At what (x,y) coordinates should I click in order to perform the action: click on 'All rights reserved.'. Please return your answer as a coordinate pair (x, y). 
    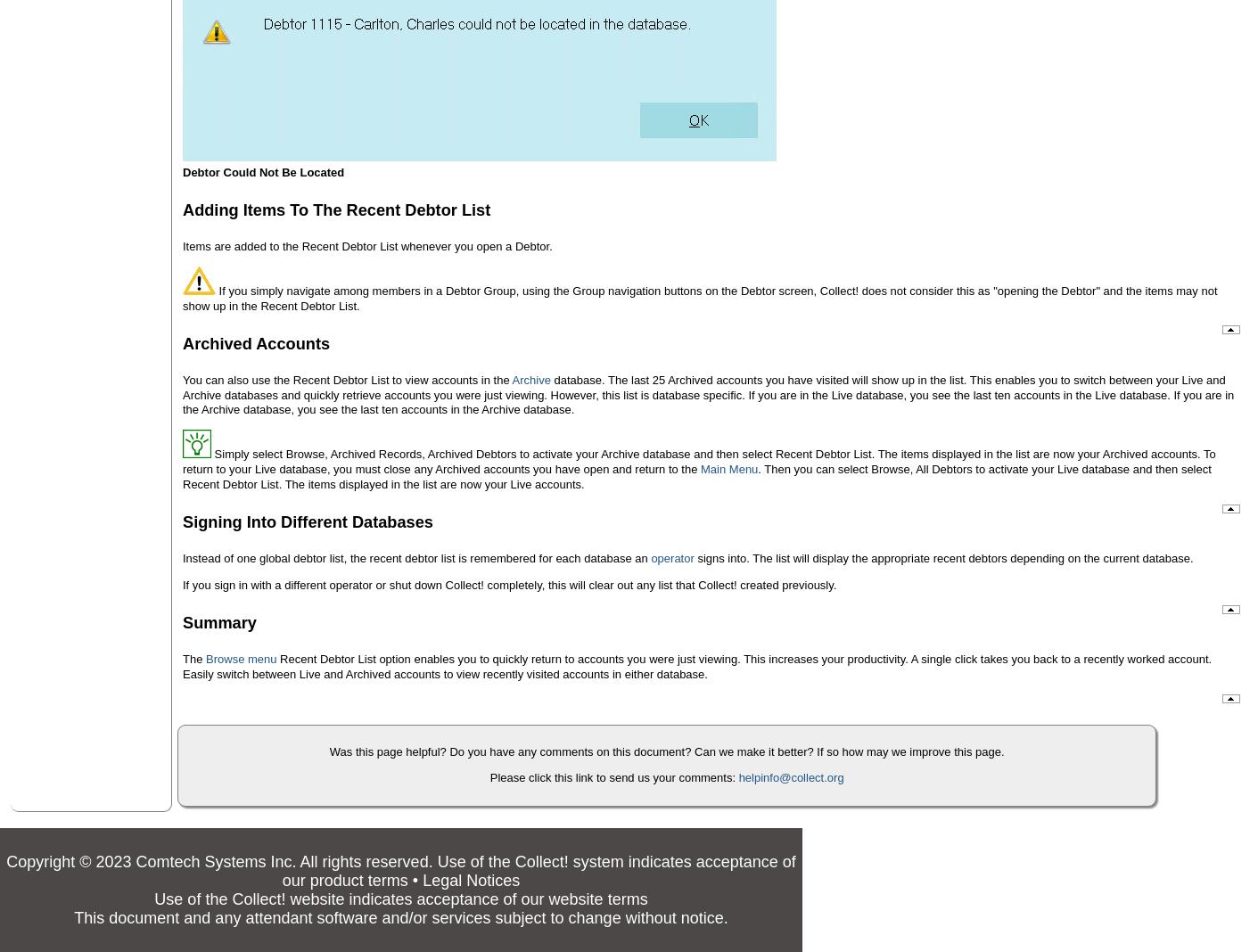
    Looking at the image, I should click on (366, 861).